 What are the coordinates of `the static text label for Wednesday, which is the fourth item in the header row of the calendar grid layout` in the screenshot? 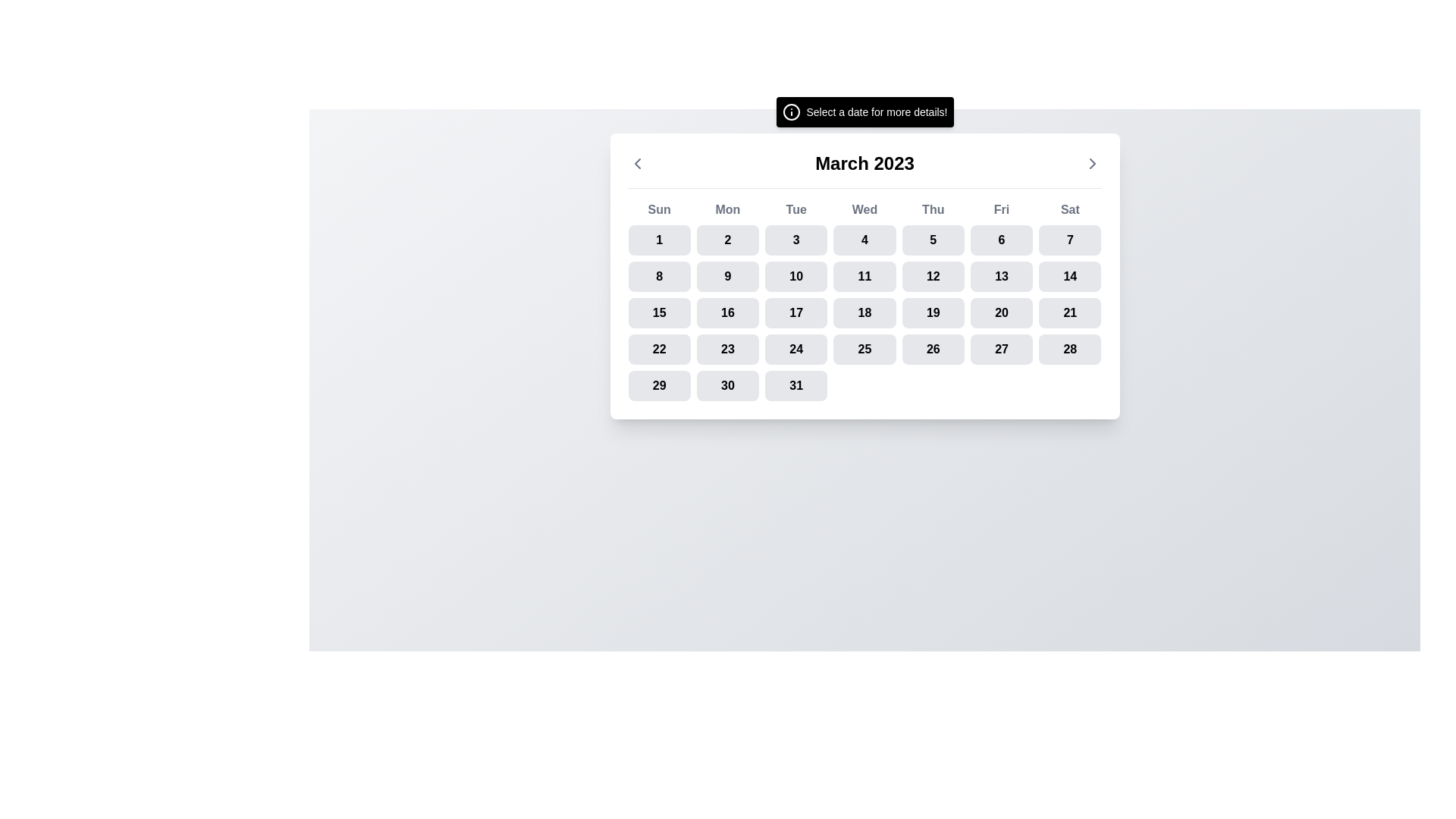 It's located at (864, 210).